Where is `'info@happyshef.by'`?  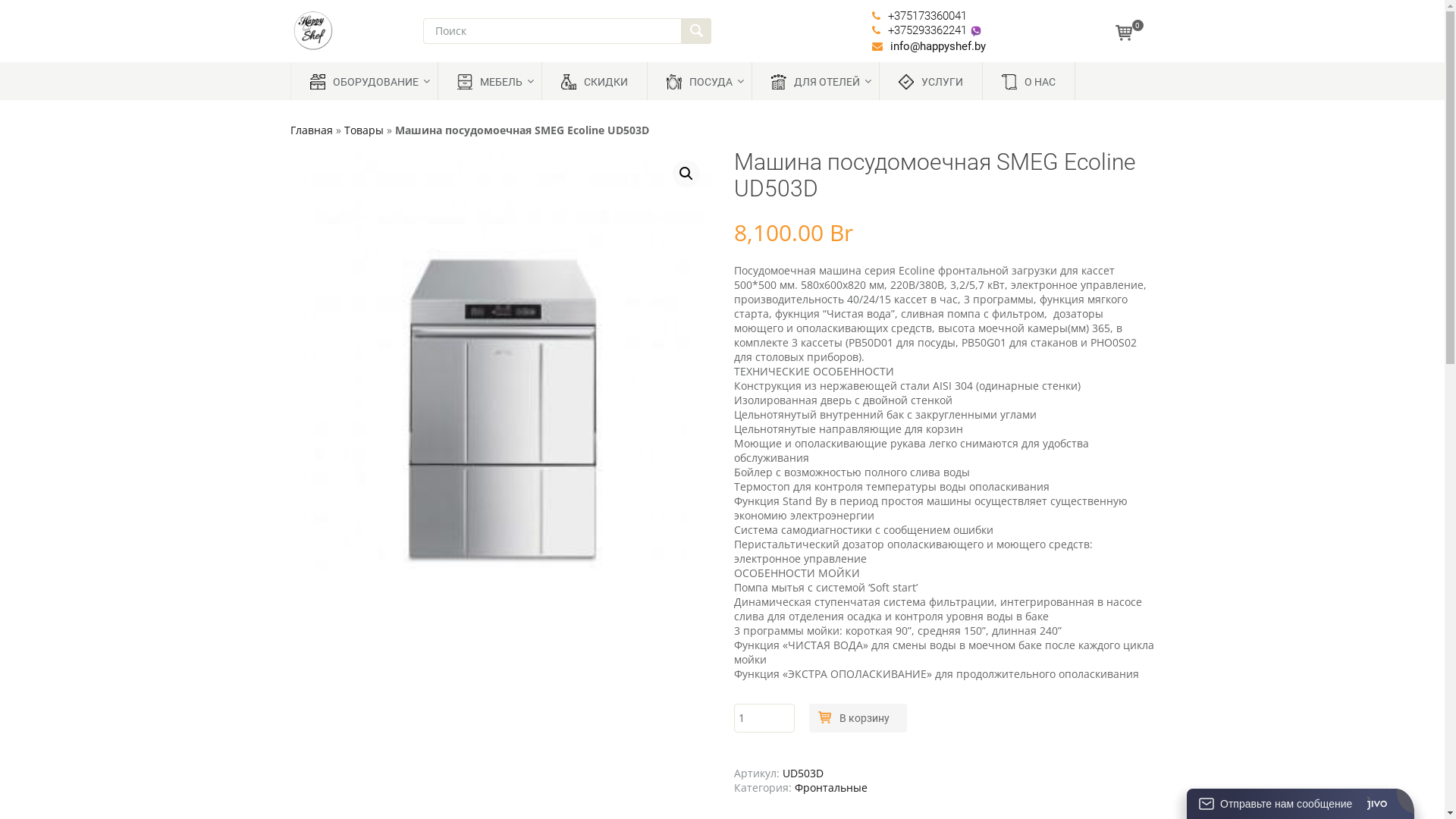
'info@happyshef.by' is located at coordinates (937, 45).